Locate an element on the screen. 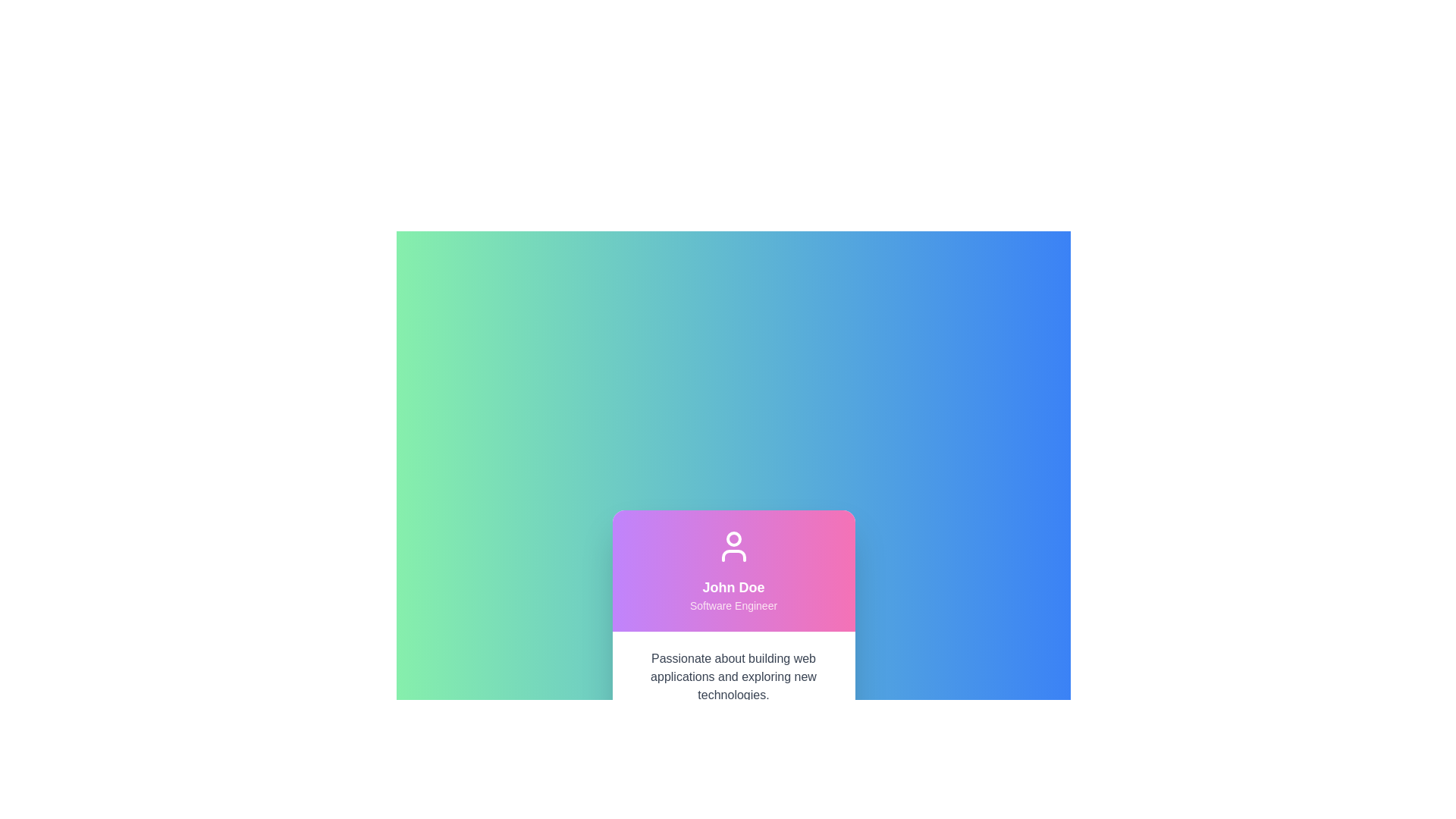  the text label that reads 'Software Engineer', which is styled with a small font size and light pink color, located directly below 'John Doe' within a gradient background transitioning from purple to pink is located at coordinates (733, 604).